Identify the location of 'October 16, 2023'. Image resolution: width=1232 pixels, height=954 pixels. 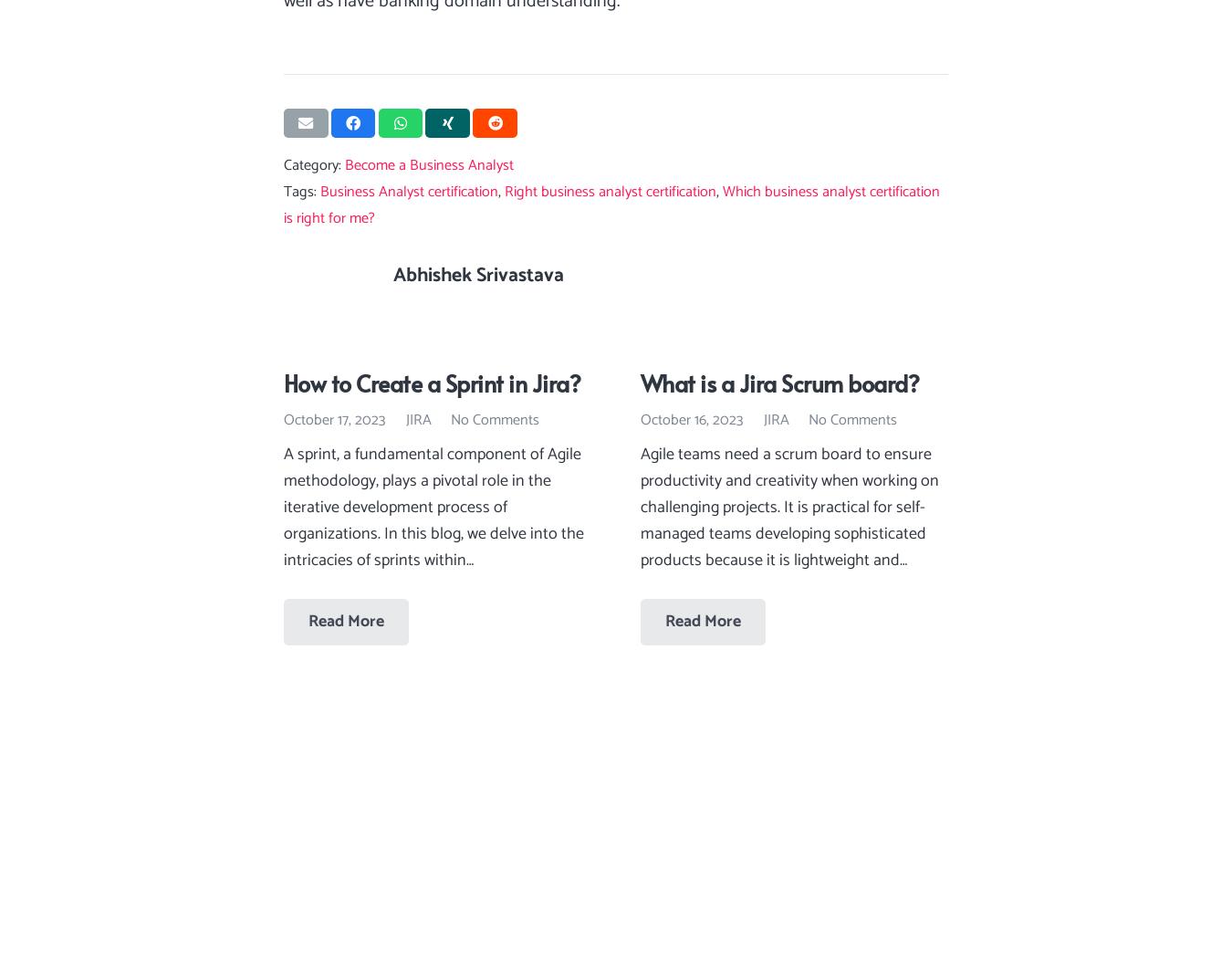
(691, 420).